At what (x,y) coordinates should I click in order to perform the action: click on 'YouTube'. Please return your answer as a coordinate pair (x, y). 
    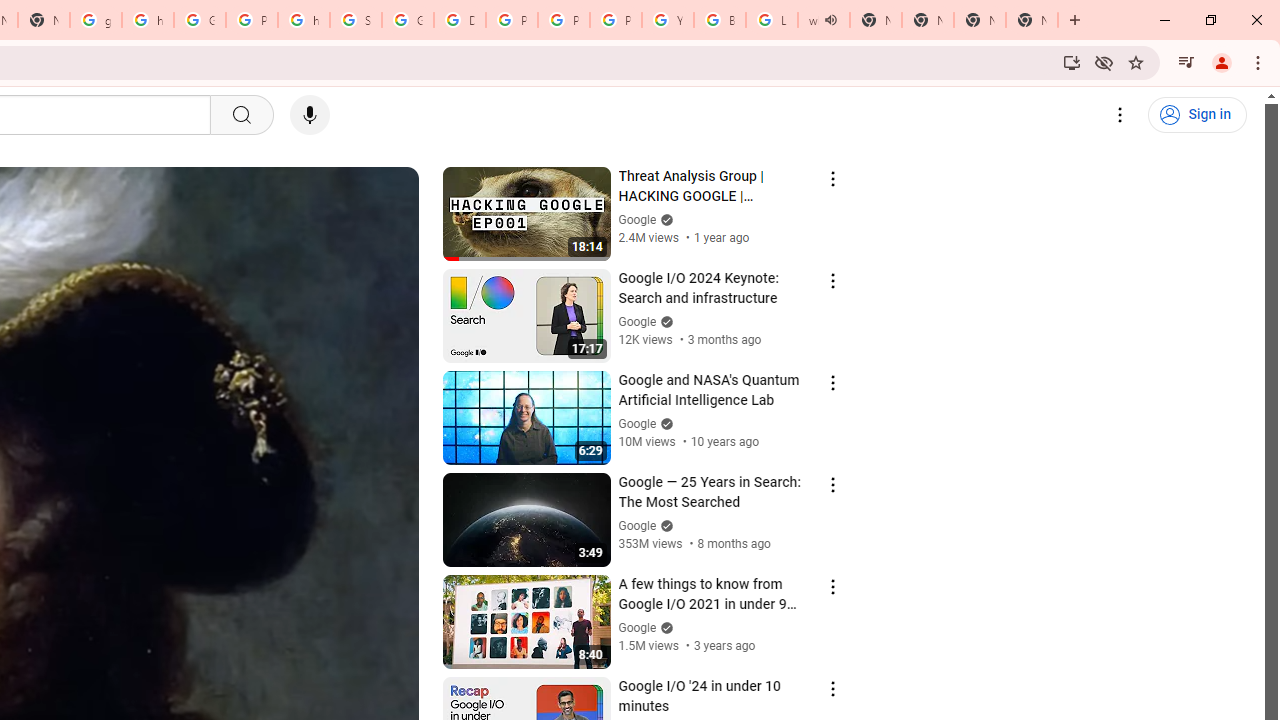
    Looking at the image, I should click on (668, 20).